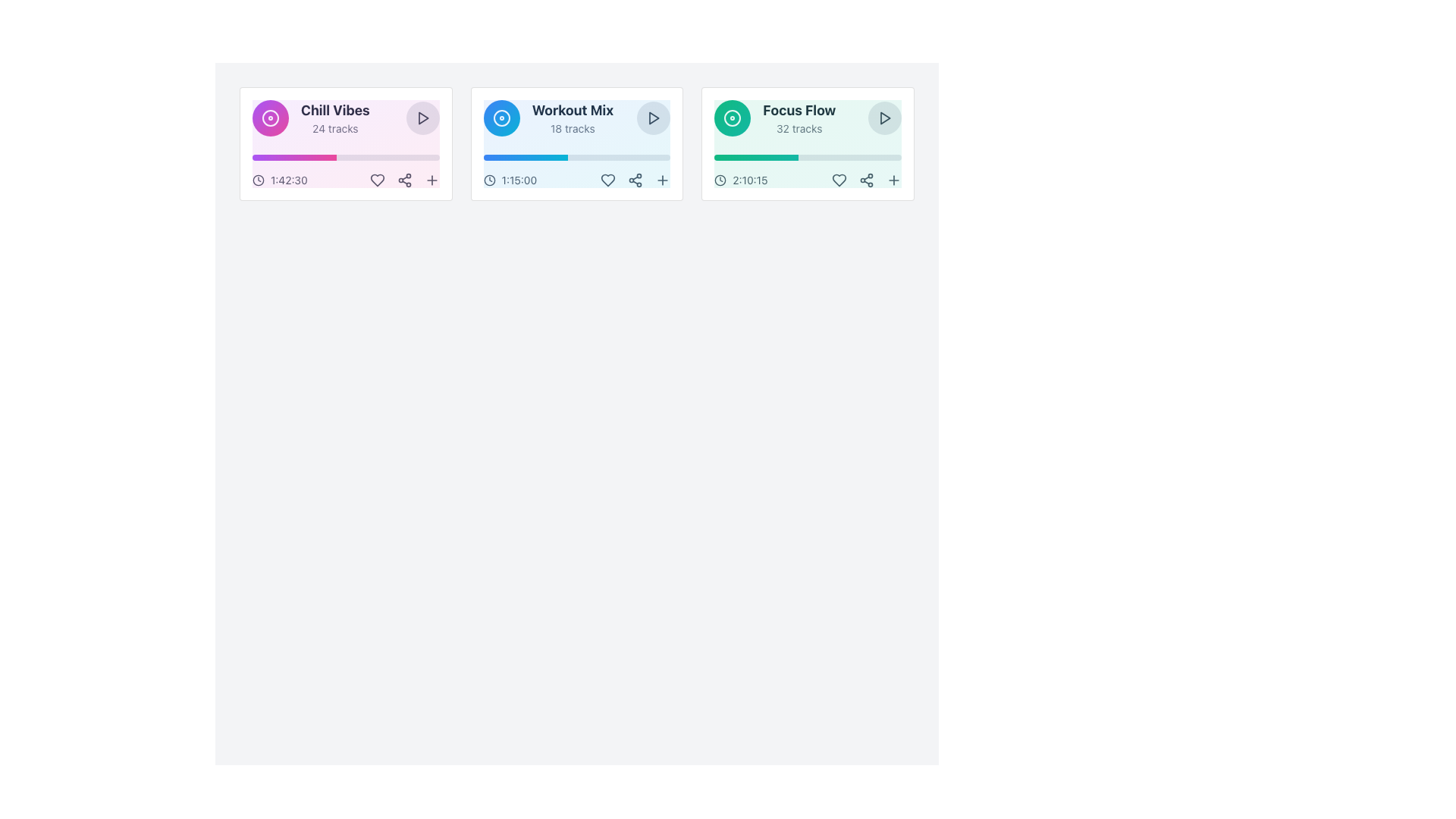  Describe the element at coordinates (720, 180) in the screenshot. I see `the time icon located to the left of the text '2:10:15' within the 'Focus Flow' card in the rightmost column of the interface` at that location.